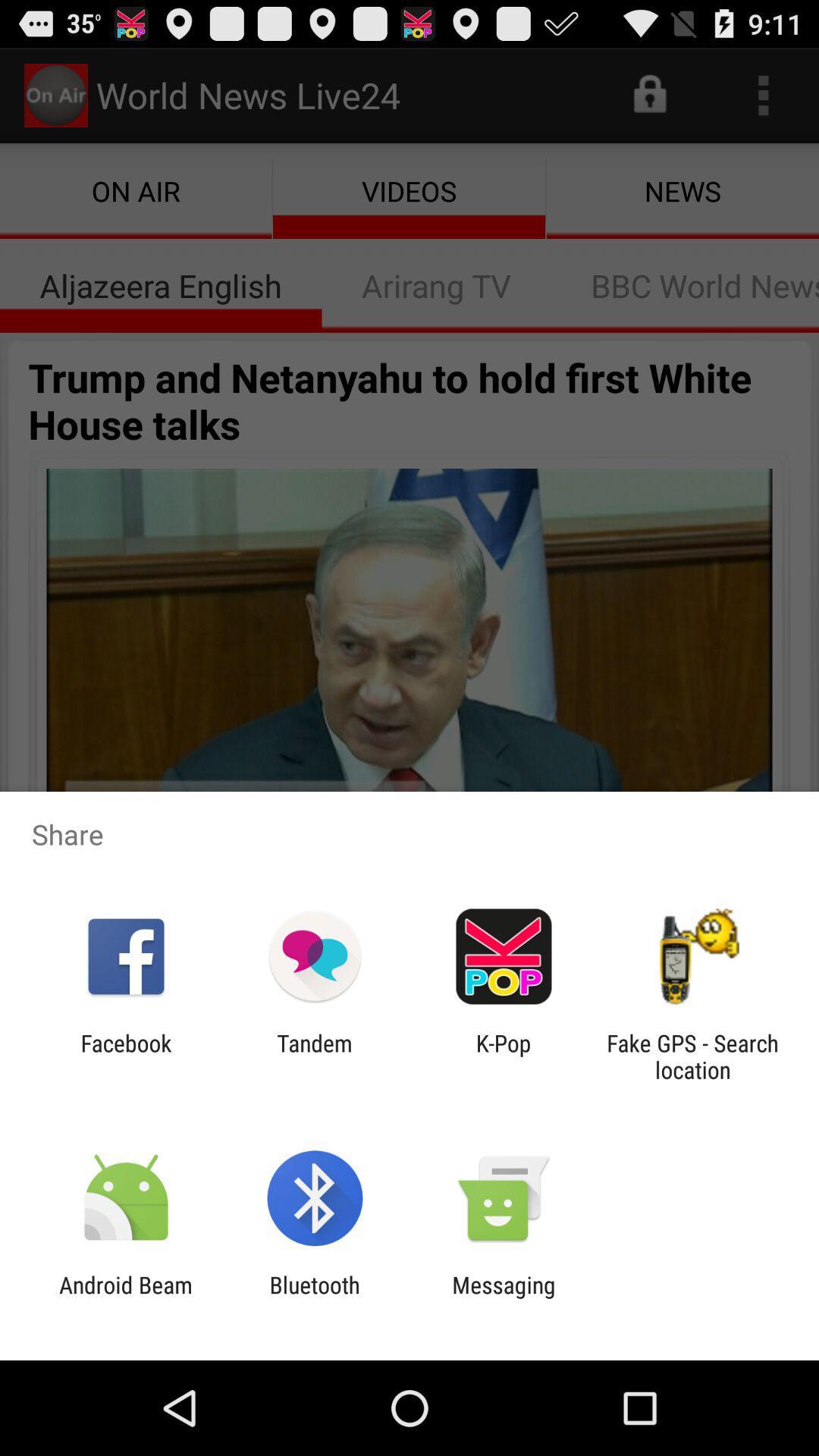 The image size is (819, 1456). Describe the element at coordinates (314, 1056) in the screenshot. I see `app next to k-pop app` at that location.